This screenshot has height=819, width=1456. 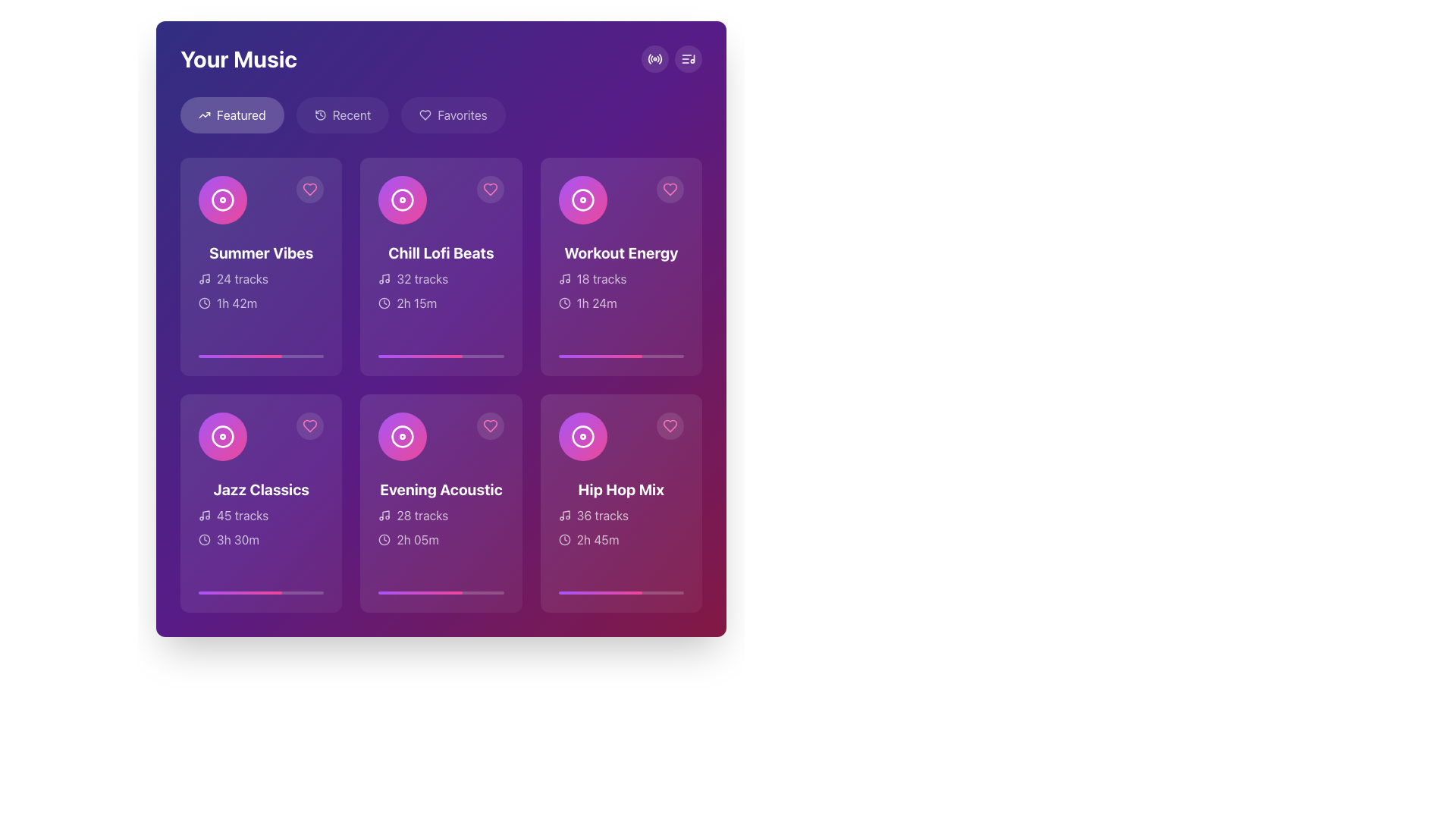 I want to click on the 'like' button for the 'Hip Hop Mix' item located at the top-right corner of the fourth card in the lower row of the grid, so click(x=669, y=426).